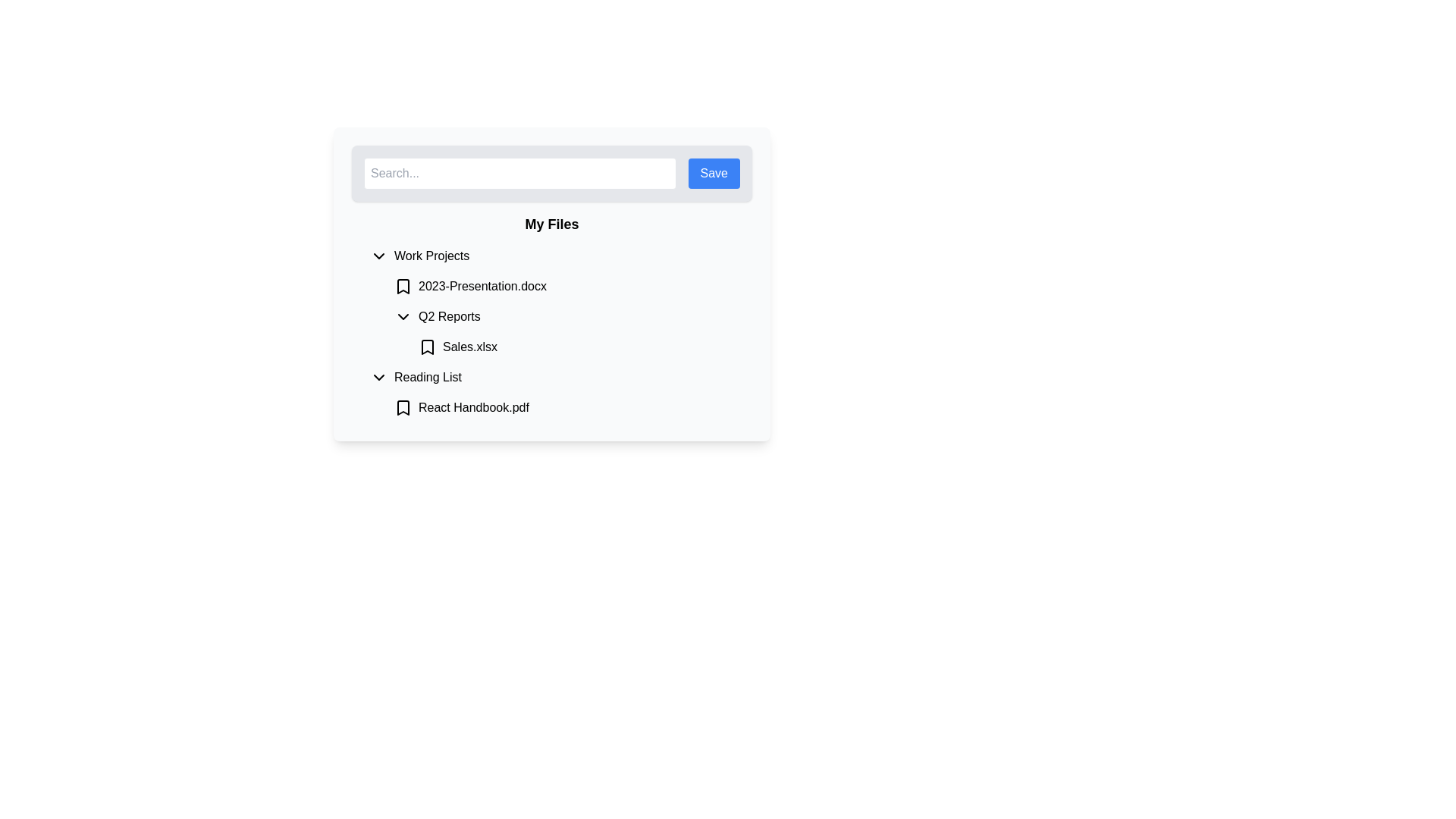  Describe the element at coordinates (557, 301) in the screenshot. I see `the collapsible file folder labeled 'Work Projects'` at that location.